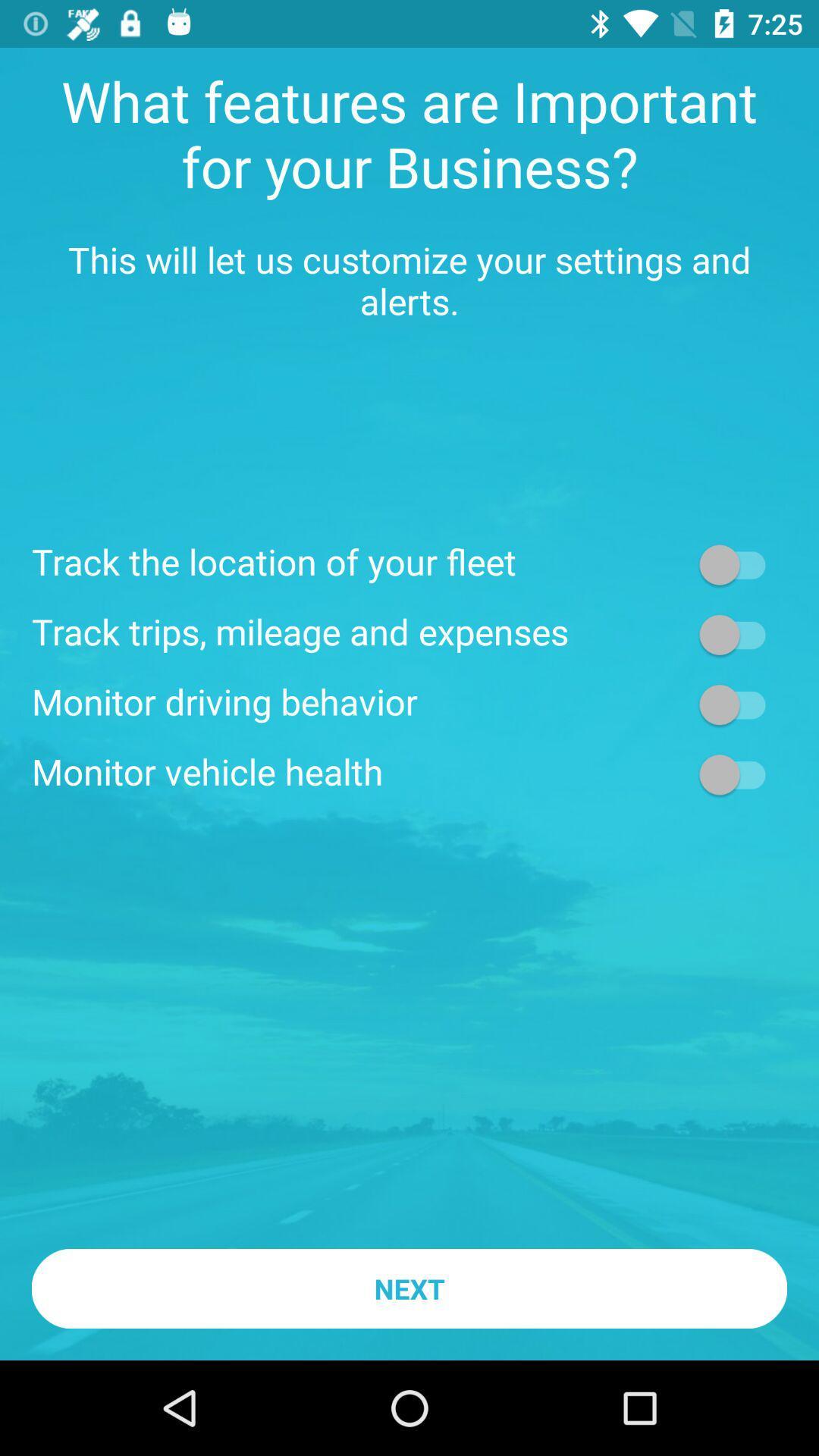  I want to click on click the next page, so click(739, 634).